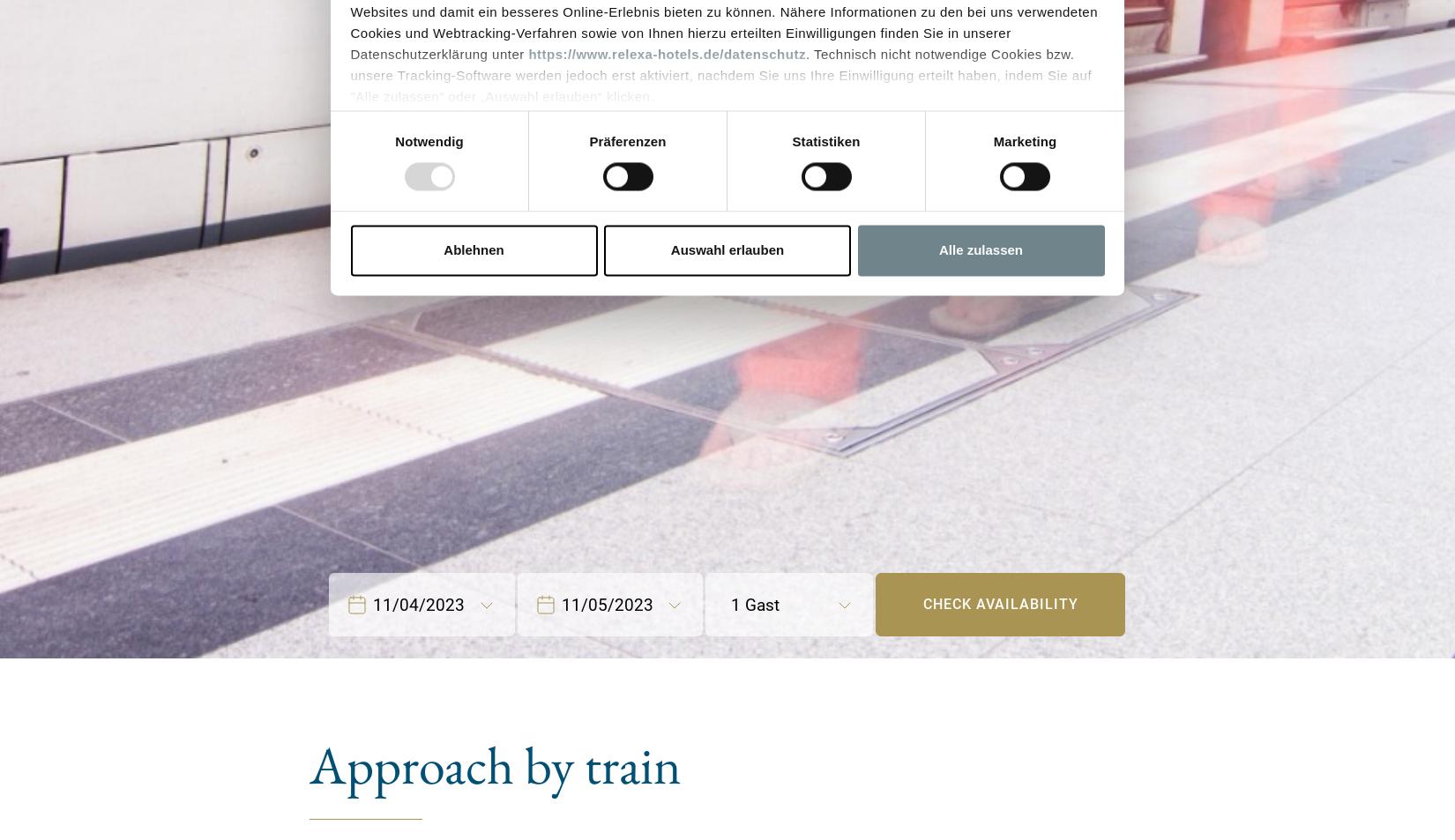 Image resolution: width=1455 pixels, height=840 pixels. I want to click on 'Approach by train', so click(494, 768).